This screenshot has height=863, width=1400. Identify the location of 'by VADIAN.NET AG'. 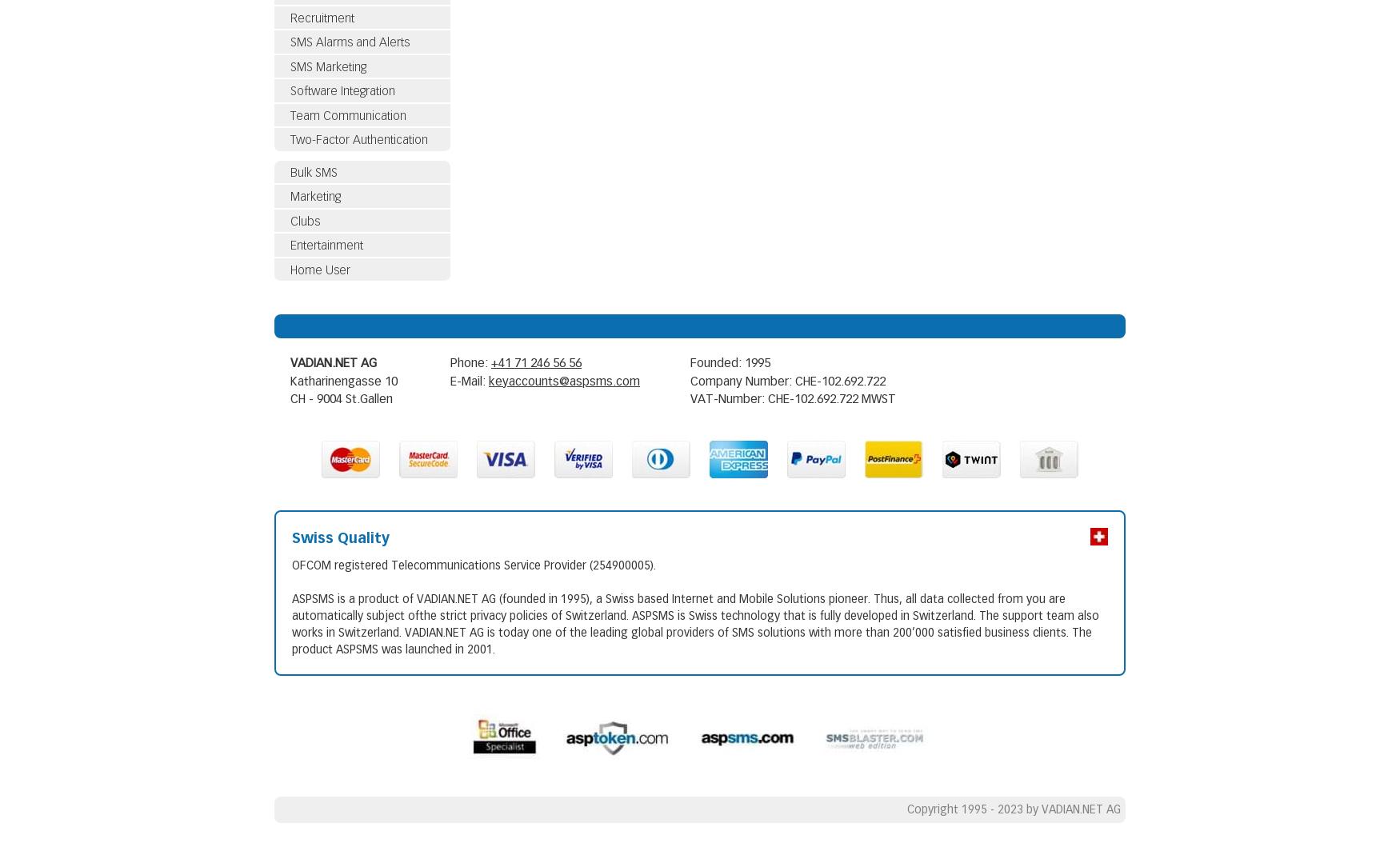
(1074, 809).